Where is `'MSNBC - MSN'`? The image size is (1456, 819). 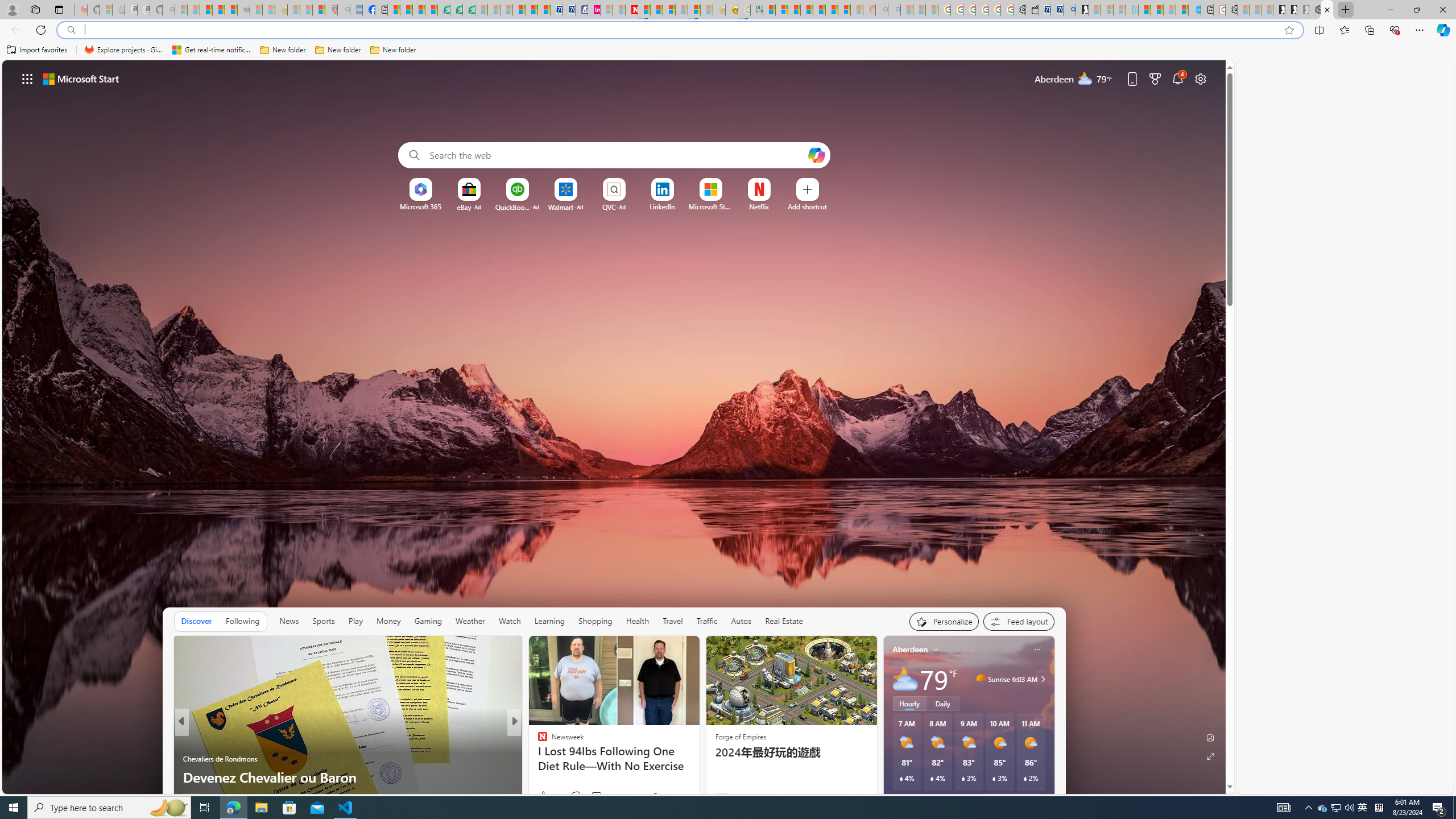
'MSNBC - MSN' is located at coordinates (769, 9).